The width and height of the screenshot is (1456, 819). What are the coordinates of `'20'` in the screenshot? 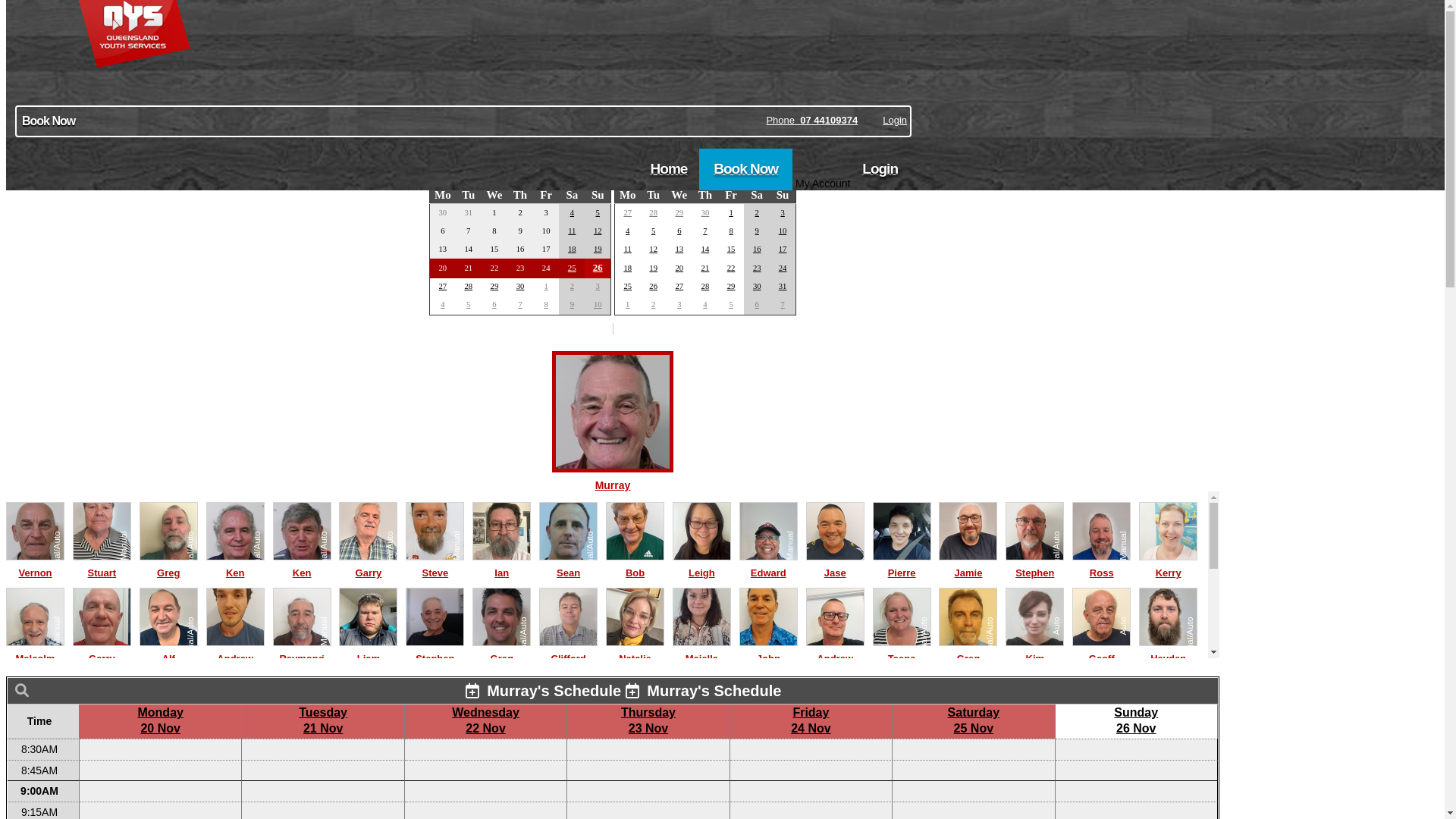 It's located at (678, 267).